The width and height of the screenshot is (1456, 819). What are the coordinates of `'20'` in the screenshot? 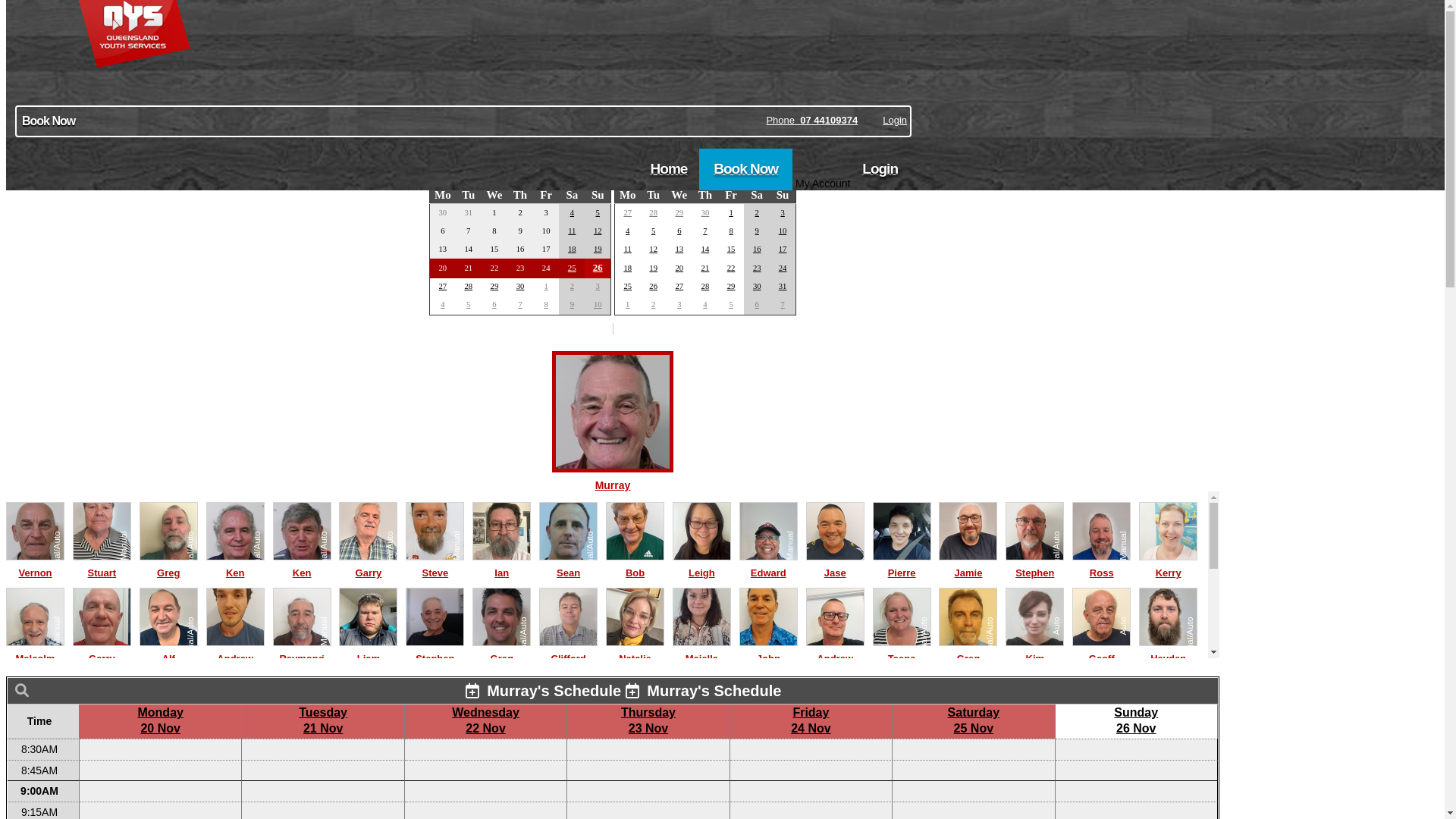 It's located at (678, 267).